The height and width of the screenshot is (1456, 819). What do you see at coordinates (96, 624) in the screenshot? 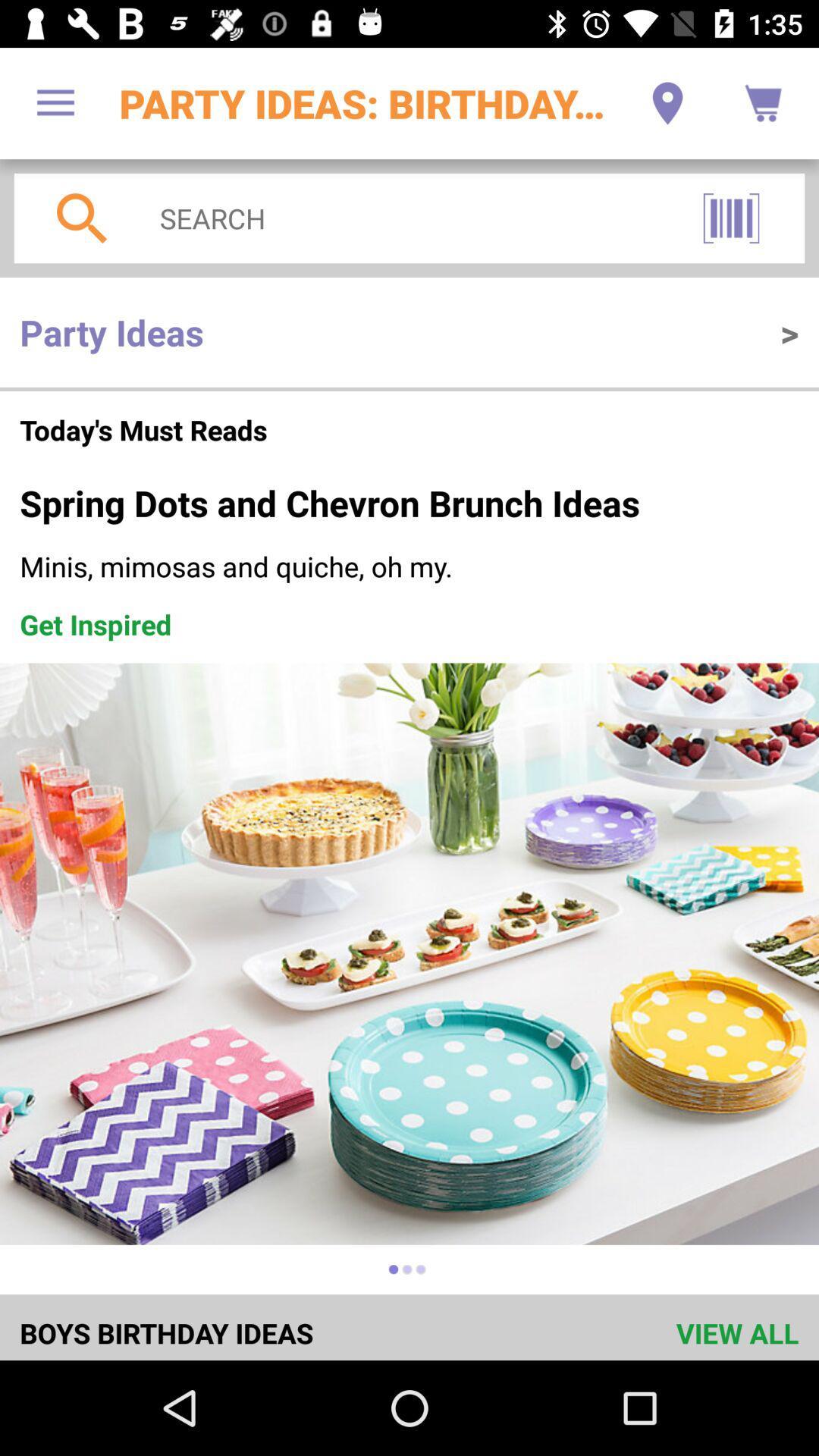
I see `item on the left` at bounding box center [96, 624].